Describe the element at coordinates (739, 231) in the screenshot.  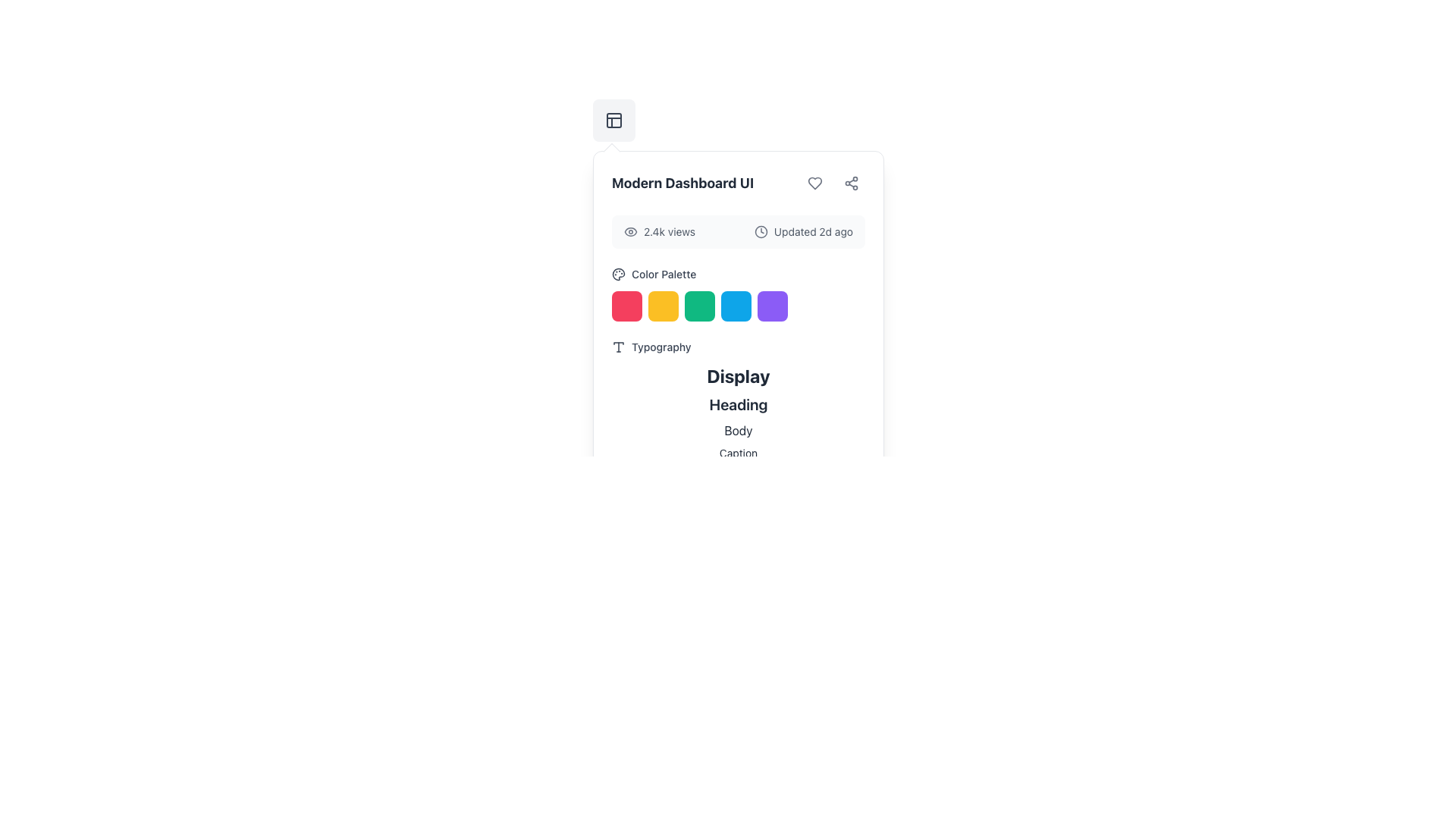
I see `displayed information from the informational status bar located directly below the title 'Modern Dashboard UI' and above the 'Color Palette' section` at that location.